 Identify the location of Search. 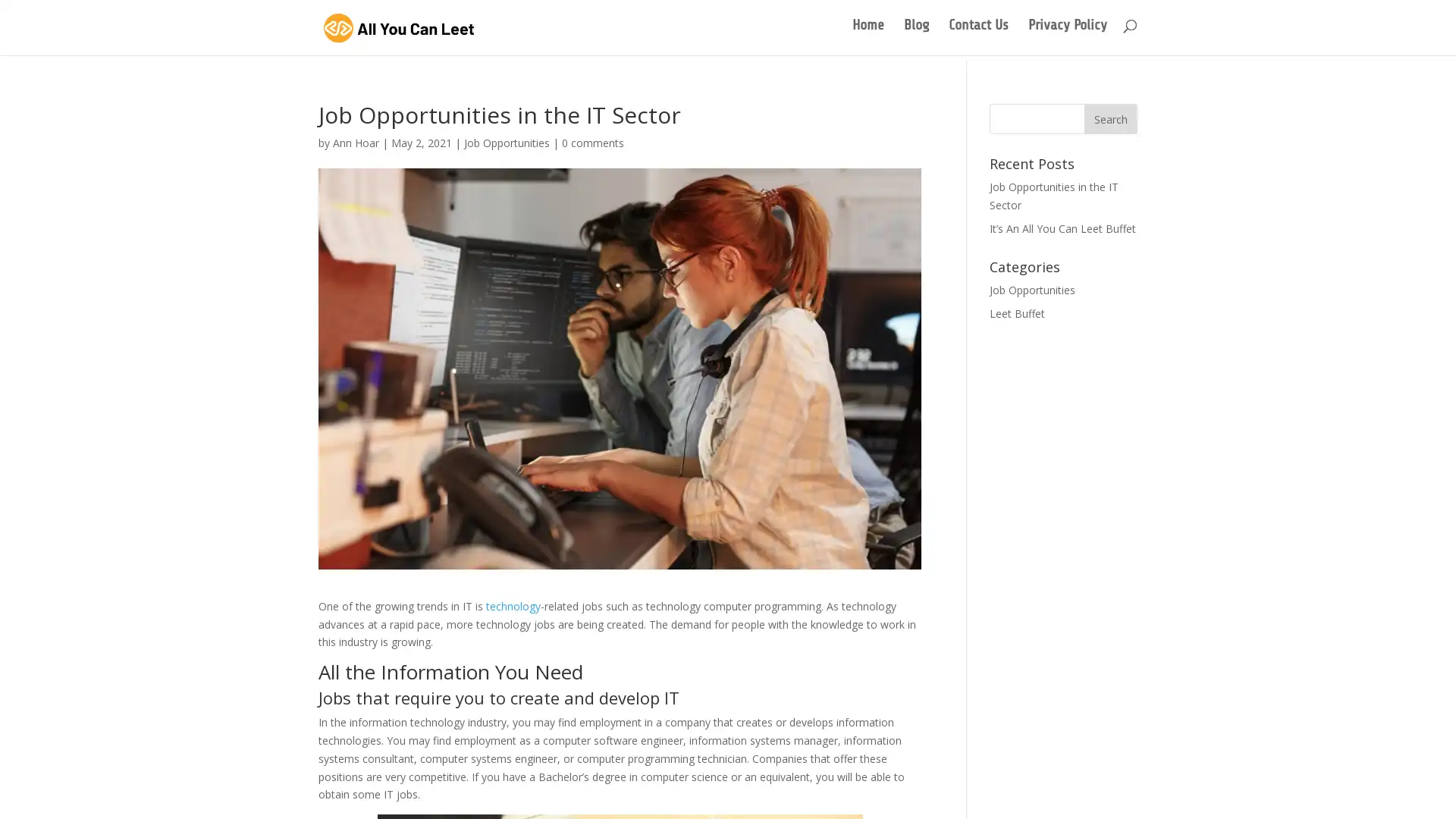
(1110, 113).